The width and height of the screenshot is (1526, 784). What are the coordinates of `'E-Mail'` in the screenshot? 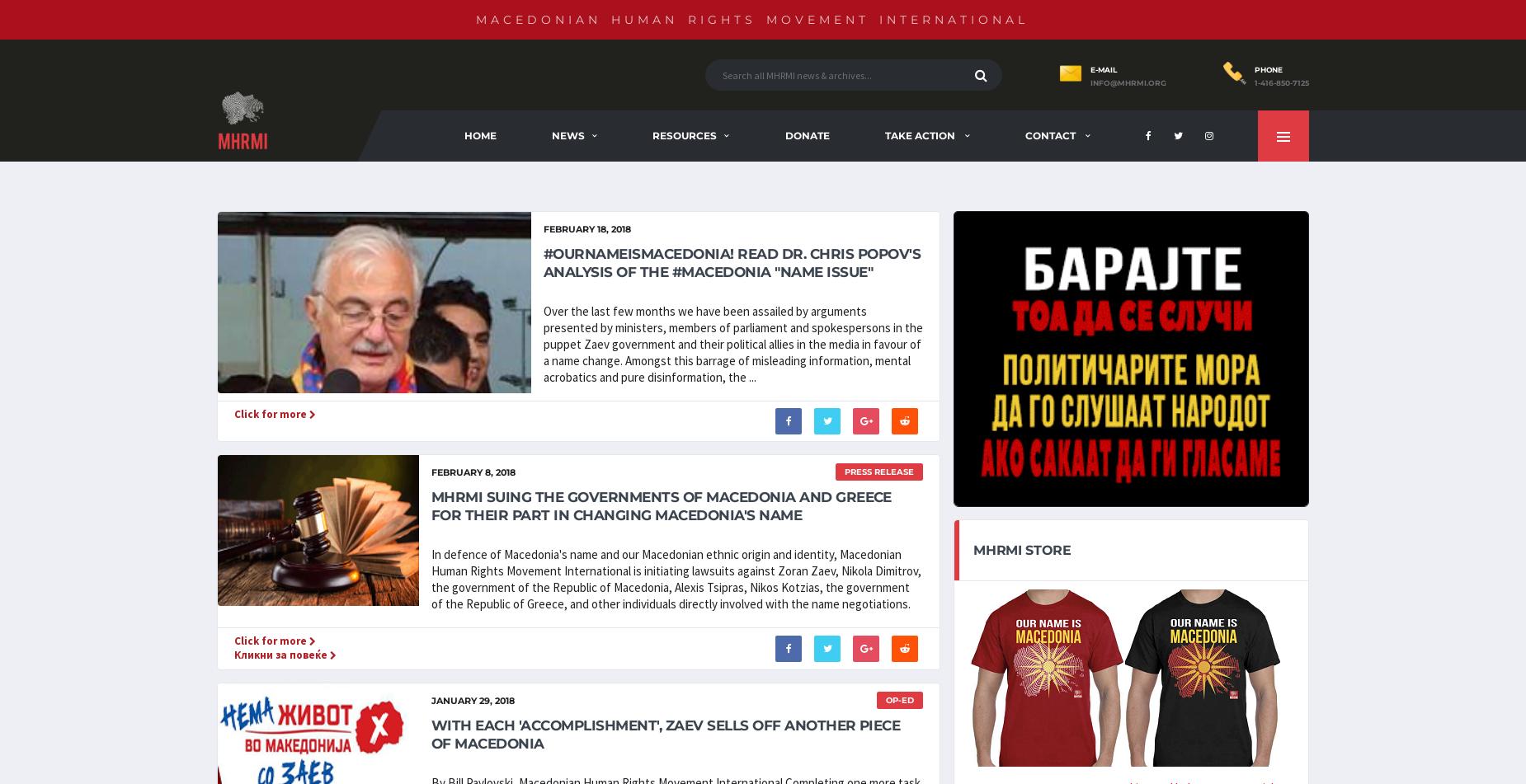 It's located at (1102, 69).